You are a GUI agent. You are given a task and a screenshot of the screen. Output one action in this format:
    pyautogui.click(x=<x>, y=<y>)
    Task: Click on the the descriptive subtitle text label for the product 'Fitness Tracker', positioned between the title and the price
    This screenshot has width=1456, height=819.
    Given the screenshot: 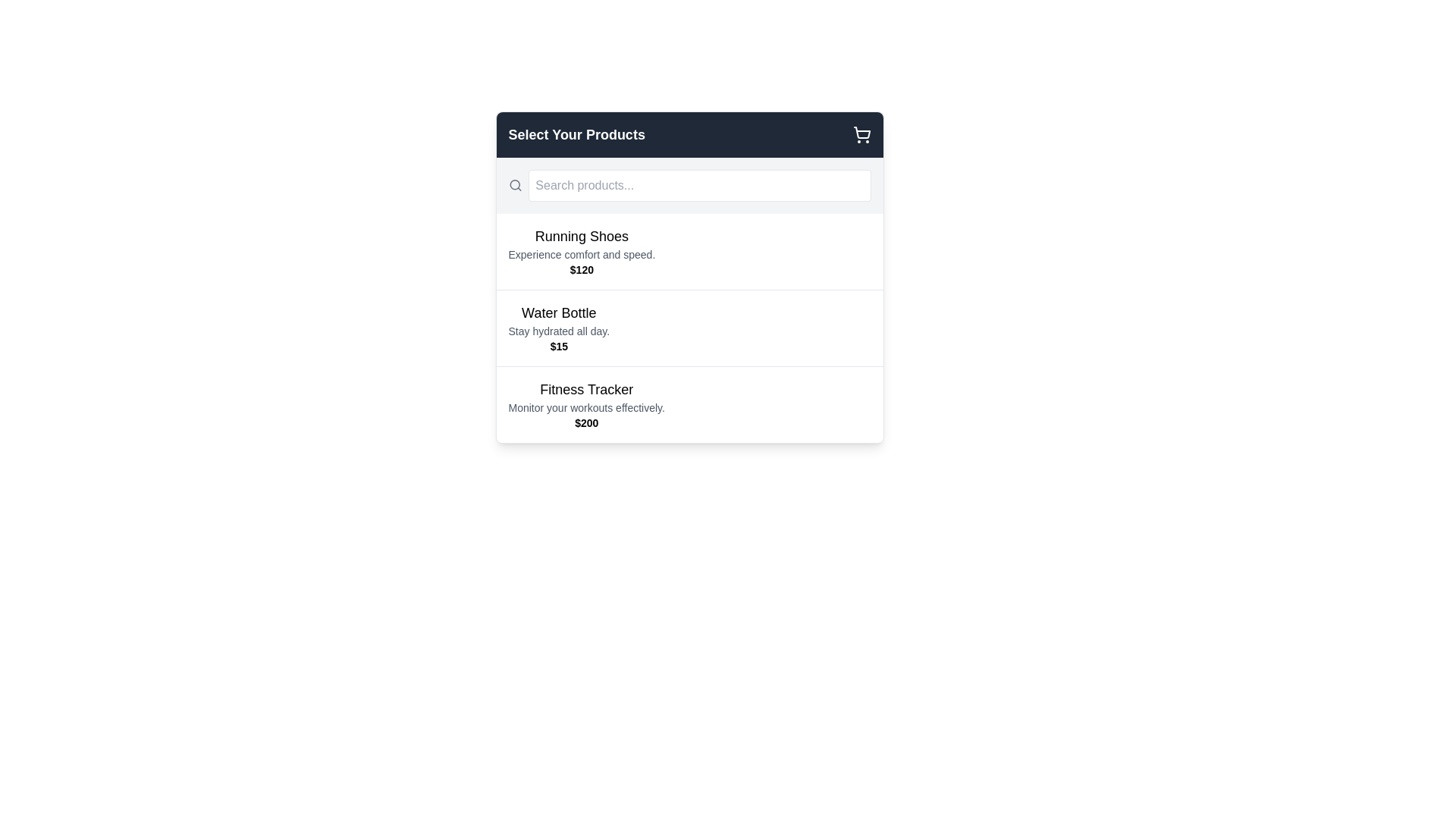 What is the action you would take?
    pyautogui.click(x=585, y=406)
    